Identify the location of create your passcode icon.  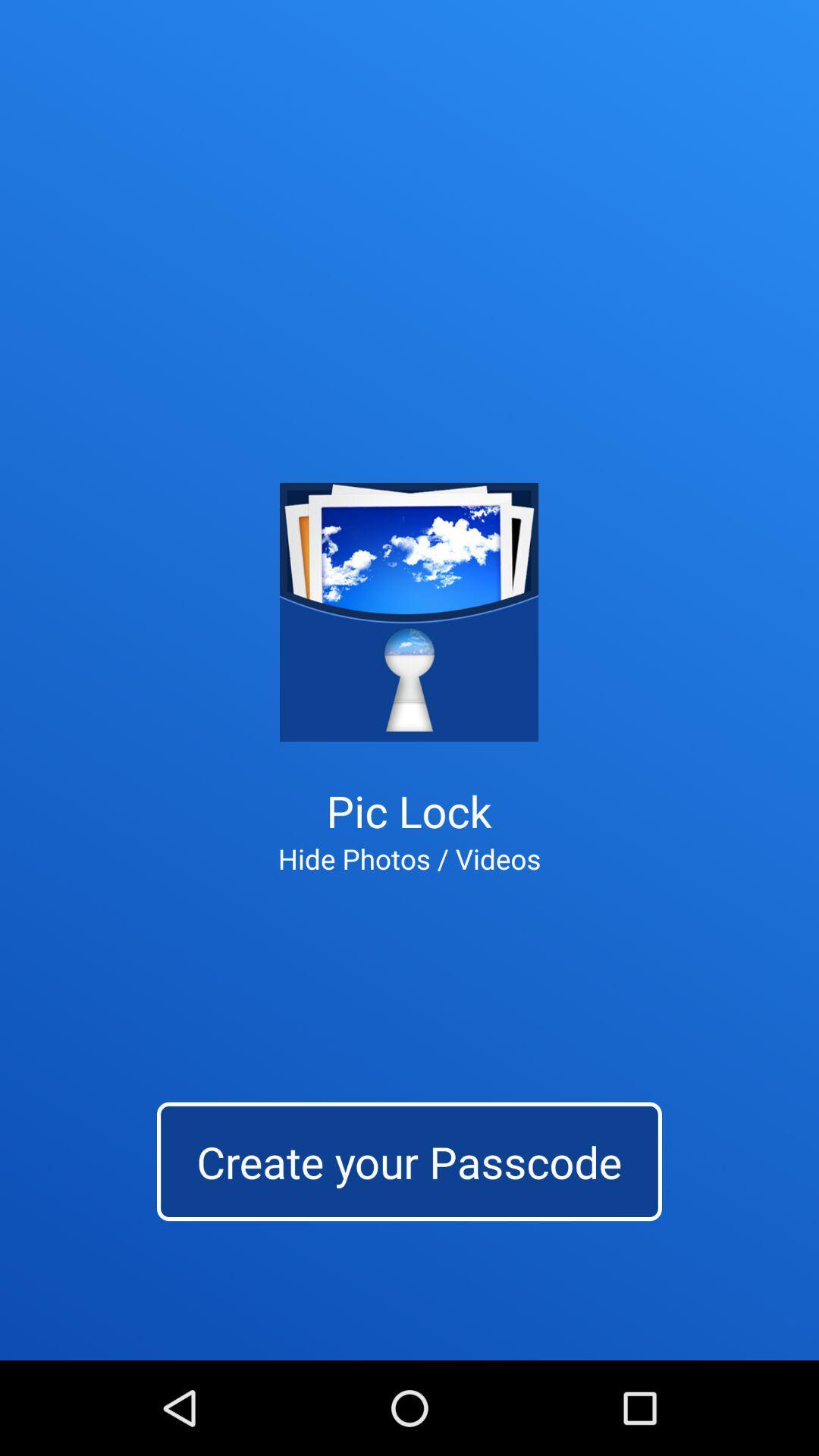
(409, 1160).